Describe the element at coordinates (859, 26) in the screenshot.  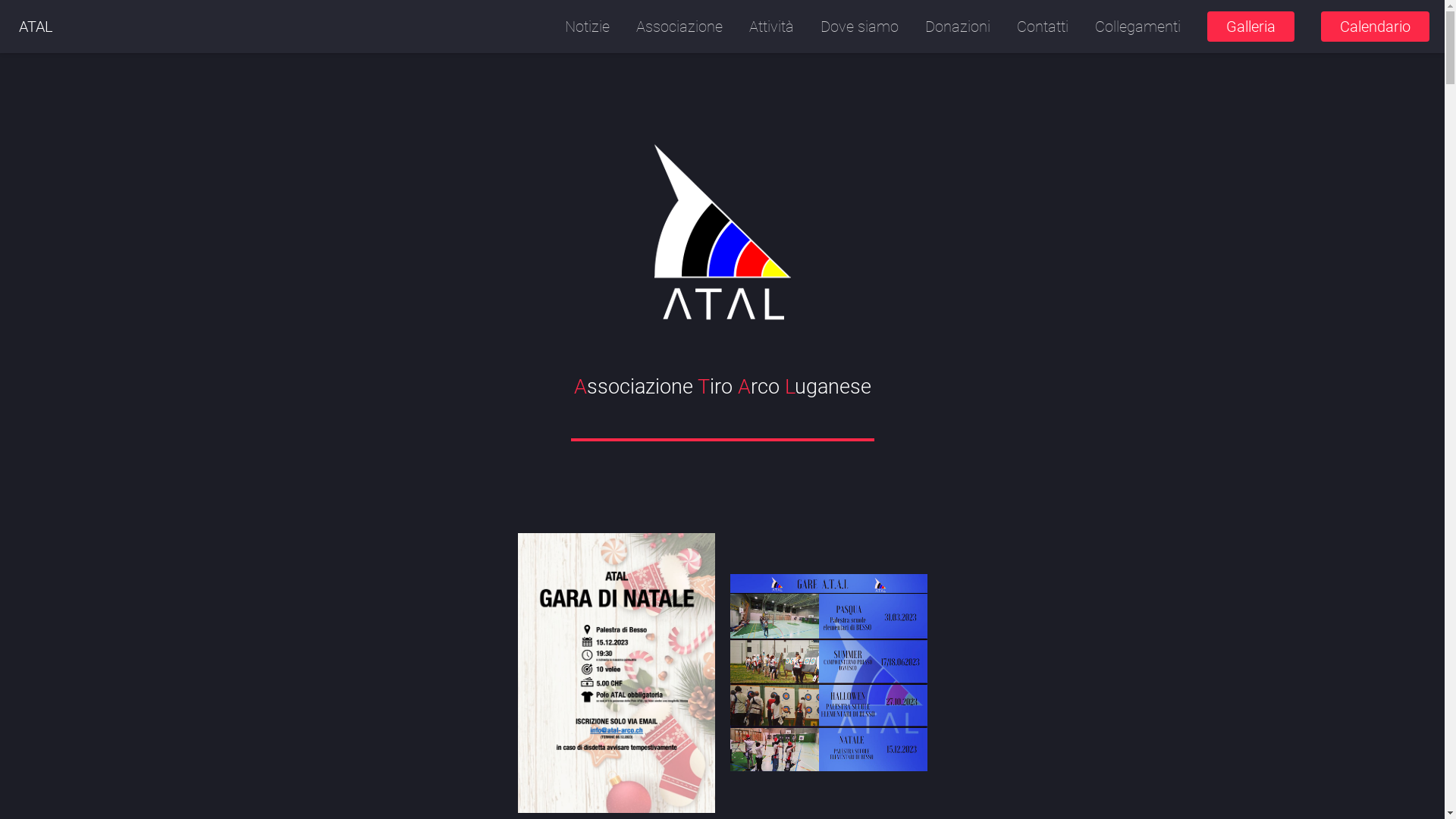
I see `'Dove siamo'` at that location.